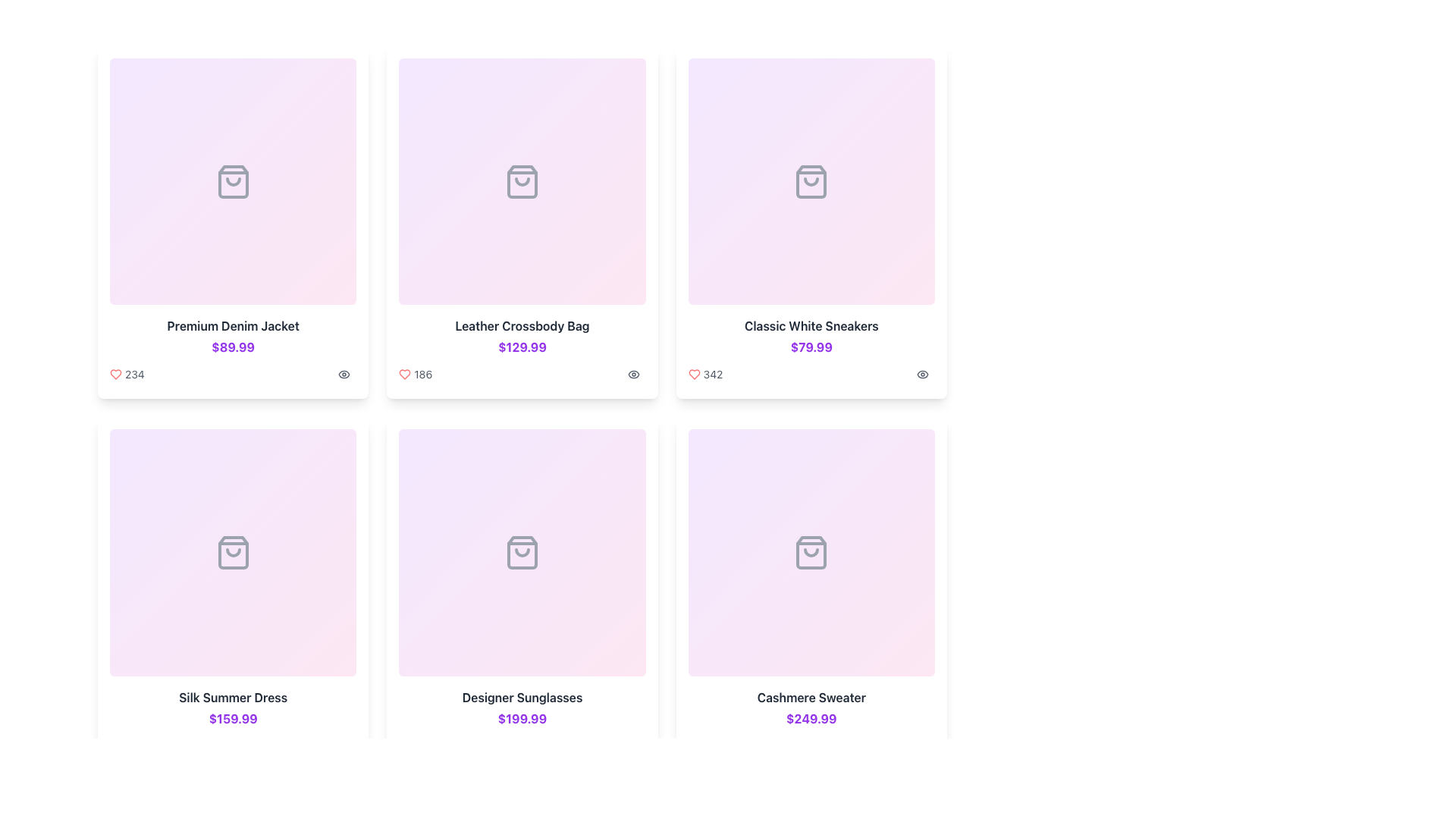 Image resolution: width=1456 pixels, height=819 pixels. Describe the element at coordinates (522, 180) in the screenshot. I see `the image placeholder icon representing the product category in the second card of the top row, which visually depicts the 'Leather Crossbody Bag'` at that location.